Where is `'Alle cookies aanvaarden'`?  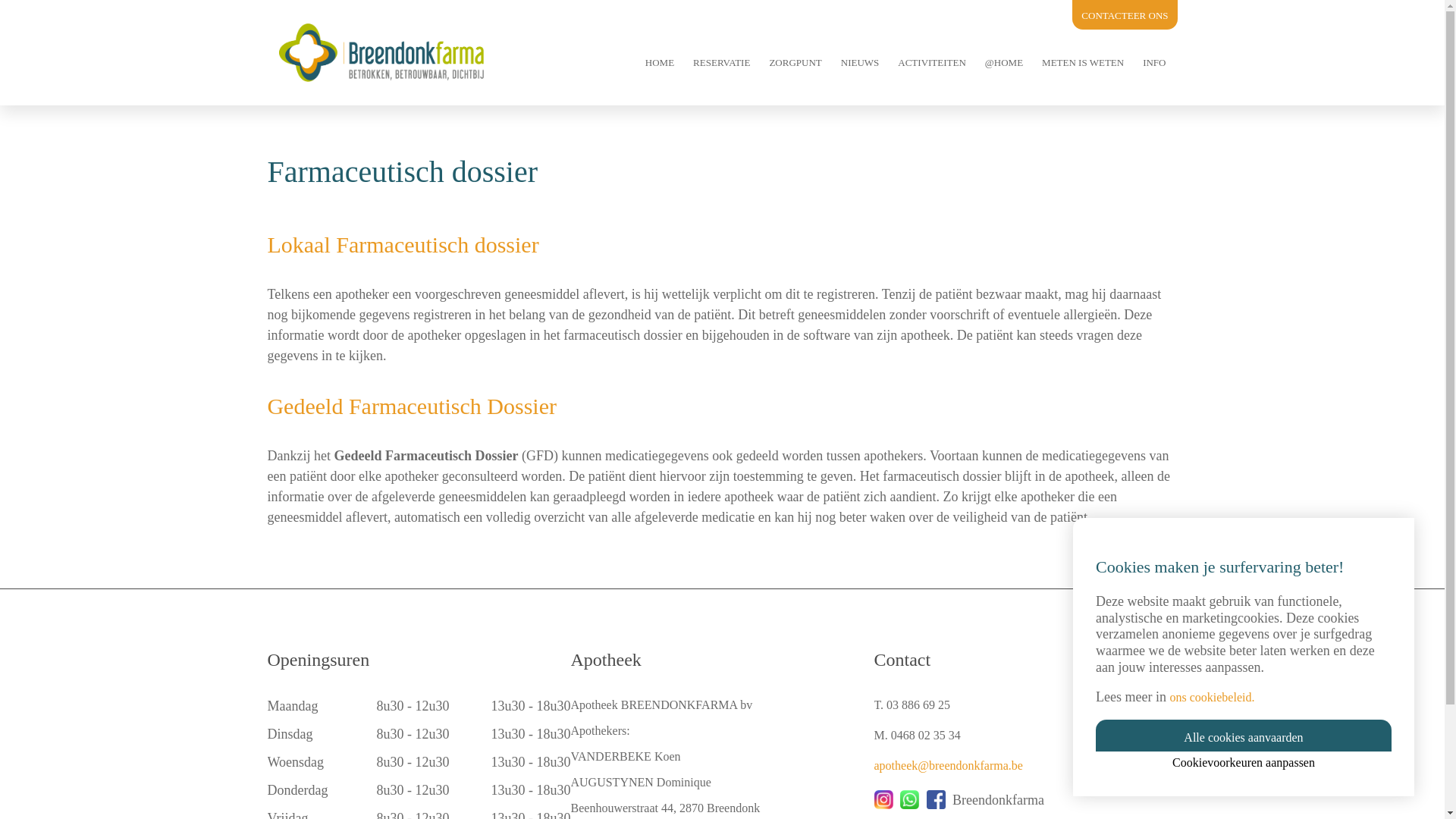
'Alle cookies aanvaarden' is located at coordinates (1244, 734).